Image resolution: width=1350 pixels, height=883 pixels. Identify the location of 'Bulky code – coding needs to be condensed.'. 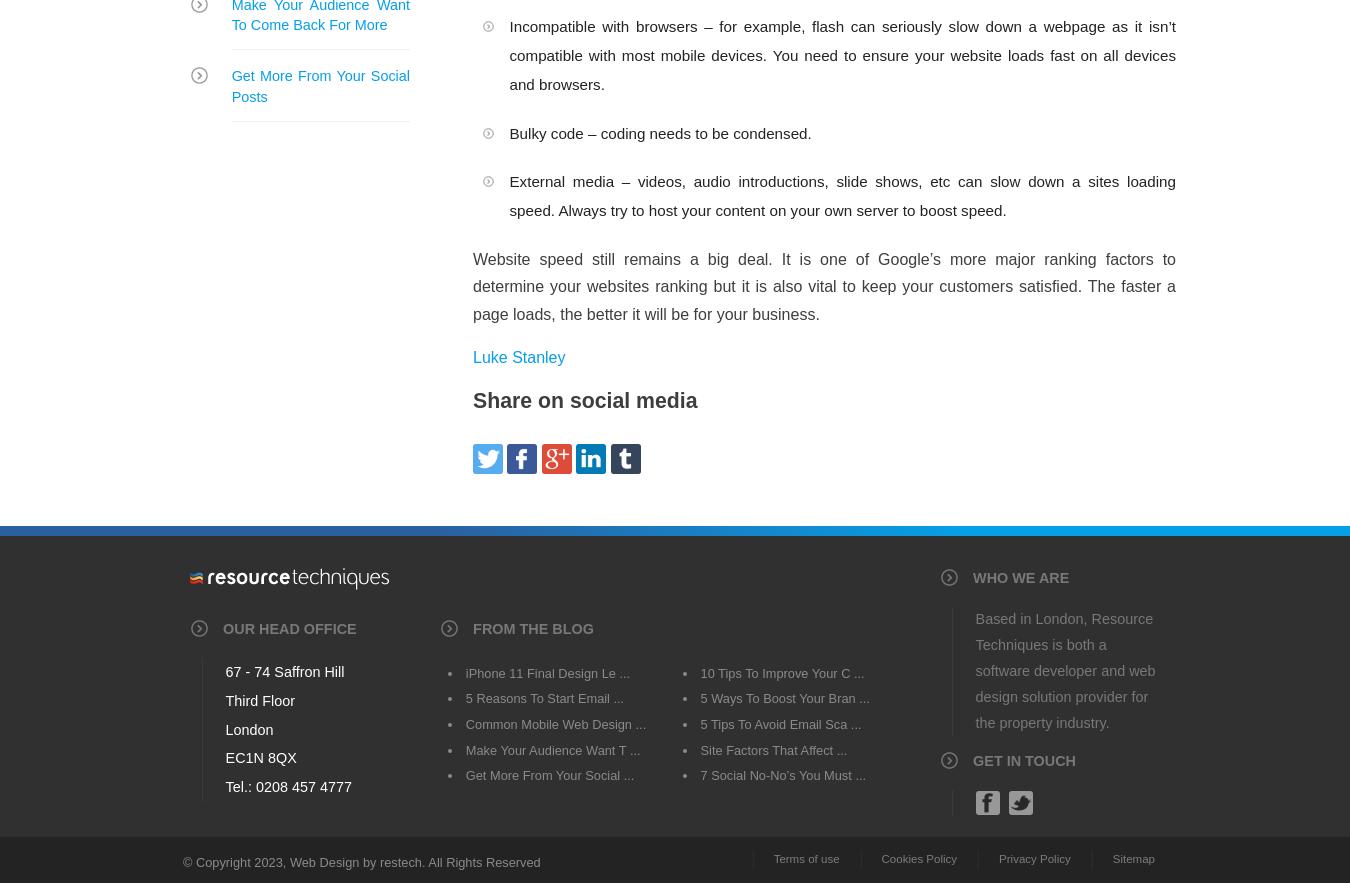
(660, 131).